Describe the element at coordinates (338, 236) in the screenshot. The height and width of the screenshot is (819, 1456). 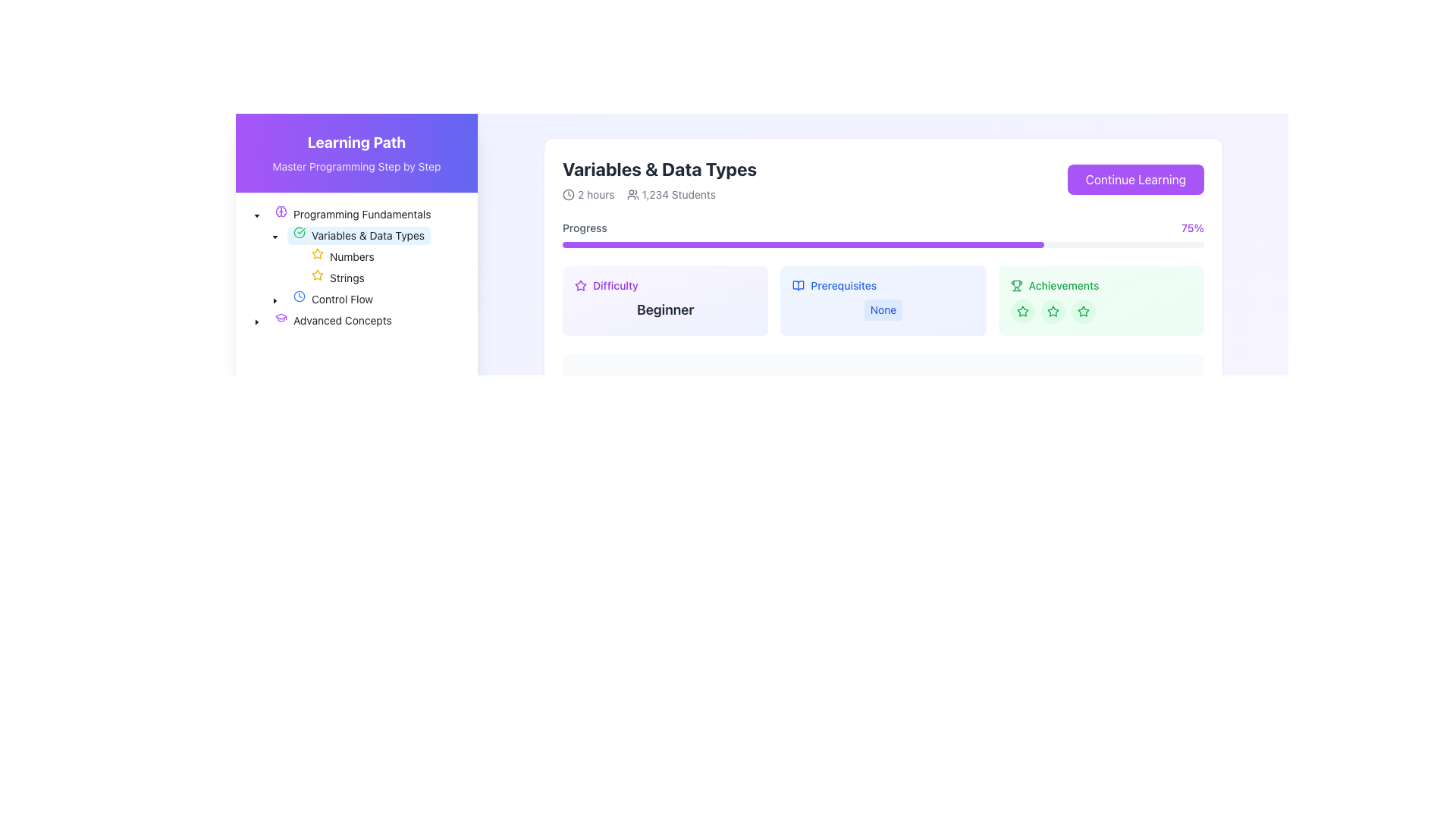
I see `the 'Variables & Data Types' item in the tree view located under the 'Programming Fundamentals' category` at that location.